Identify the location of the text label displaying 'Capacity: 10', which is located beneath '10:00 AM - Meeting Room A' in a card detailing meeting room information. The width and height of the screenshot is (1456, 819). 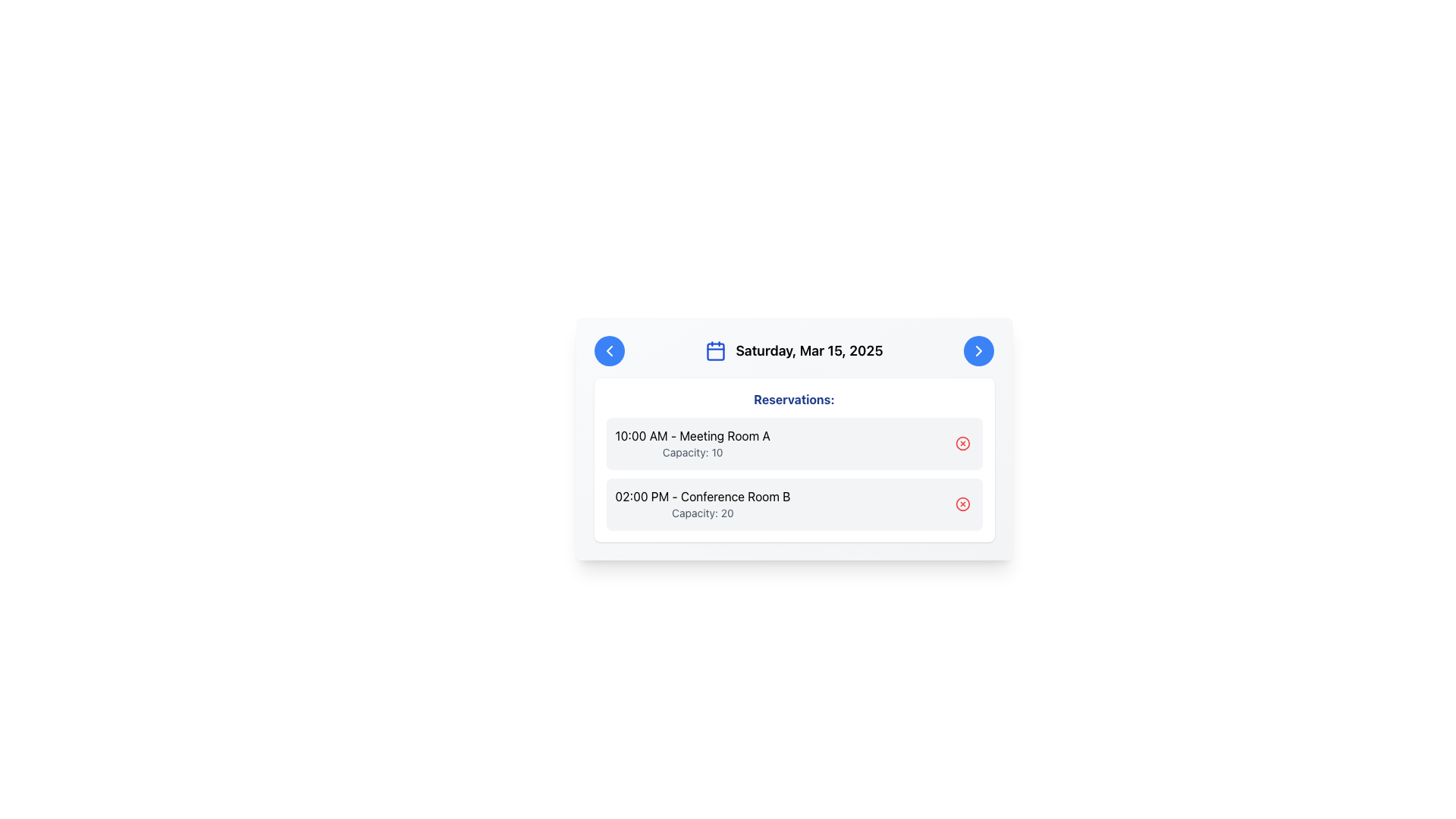
(692, 452).